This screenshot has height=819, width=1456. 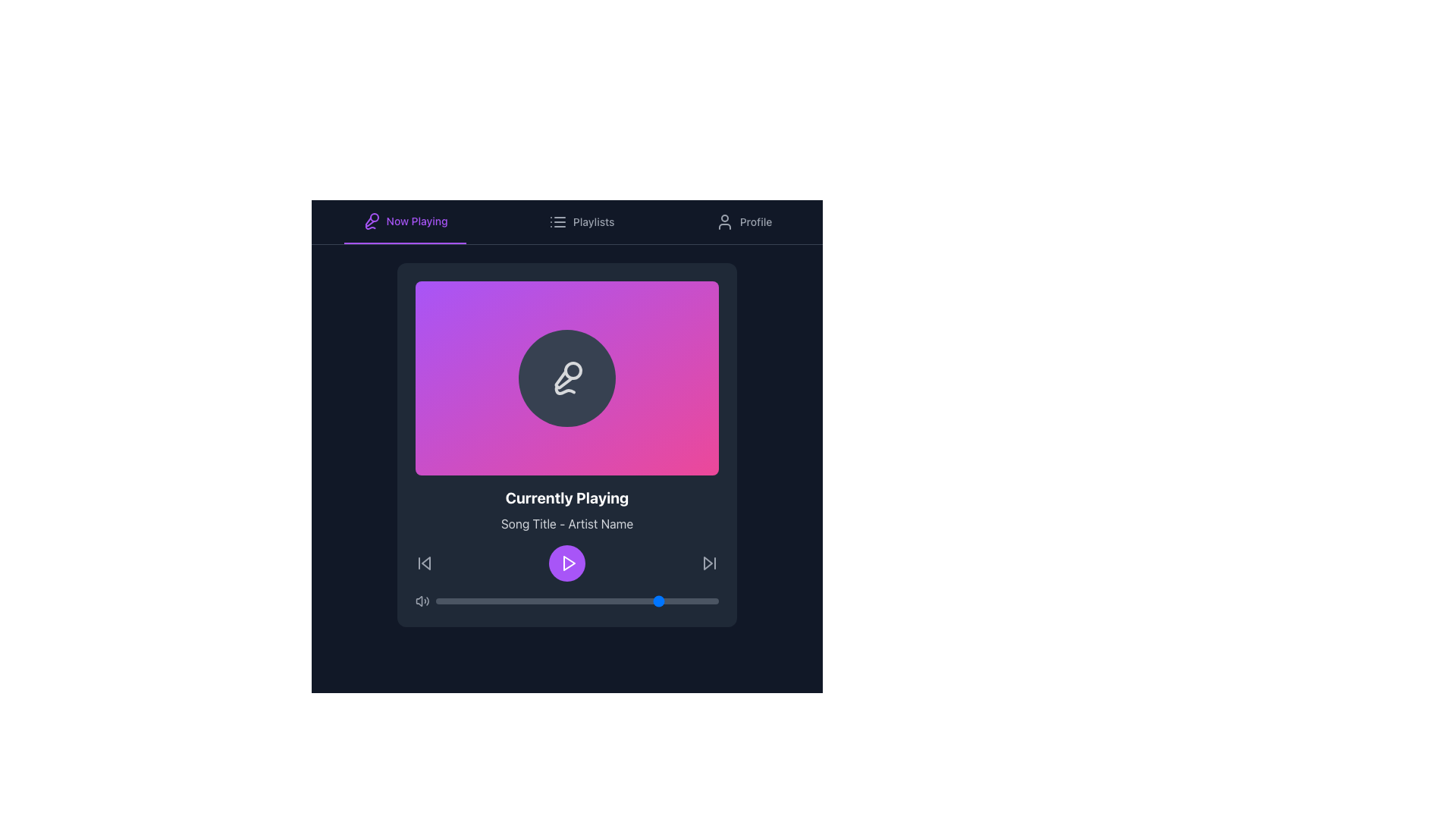 What do you see at coordinates (593, 222) in the screenshot?
I see `the 'Playlists' text label/button in the horizontal navigation bar` at bounding box center [593, 222].